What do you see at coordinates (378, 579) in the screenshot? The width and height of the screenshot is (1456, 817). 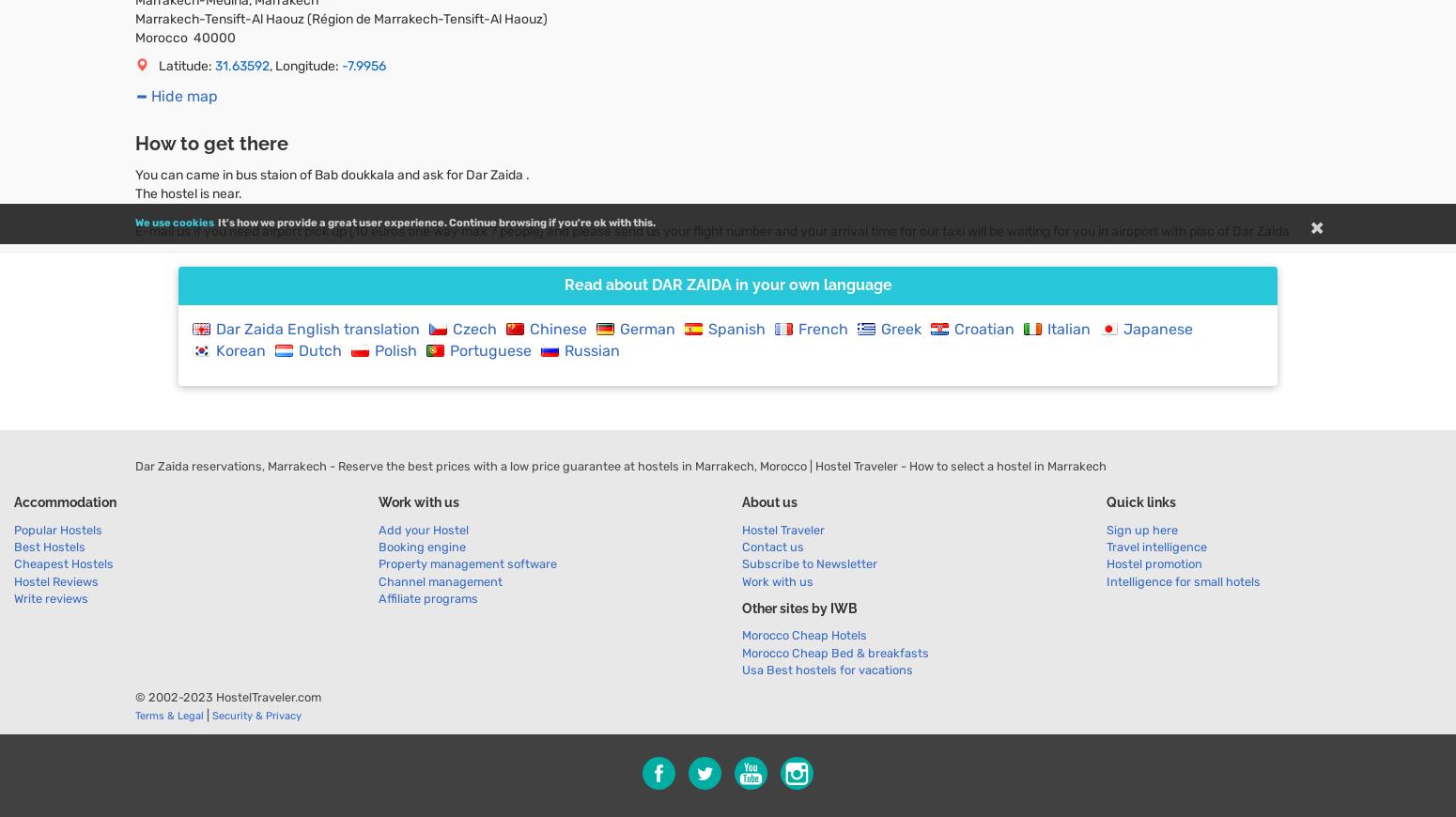 I see `'Channel management'` at bounding box center [378, 579].